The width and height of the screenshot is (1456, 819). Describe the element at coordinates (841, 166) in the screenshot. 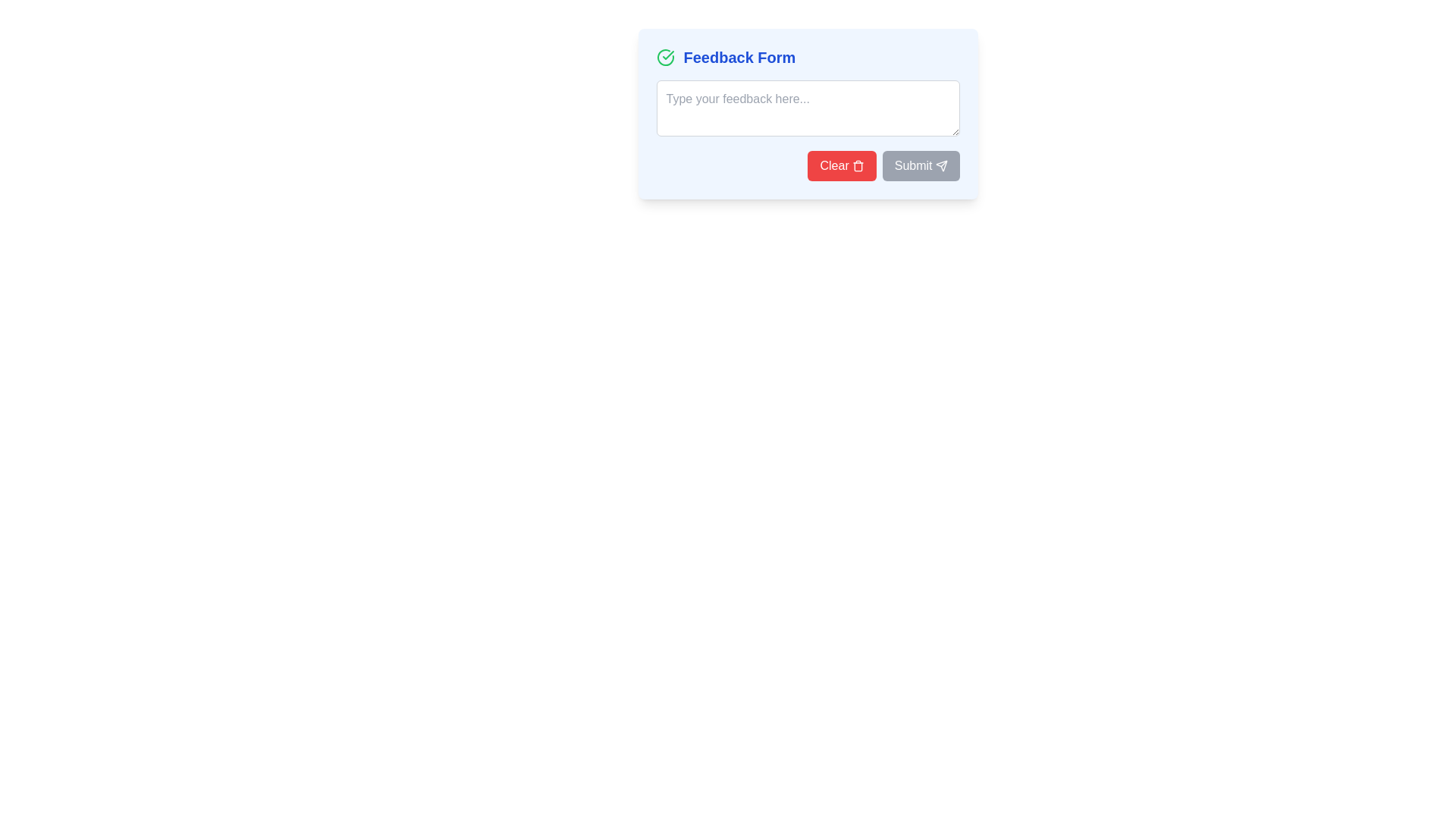

I see `the clear button located in the 'Feedback Form' interface, positioned on the left of the 'Submit' button, to clear any existing input in the feedback text field` at that location.